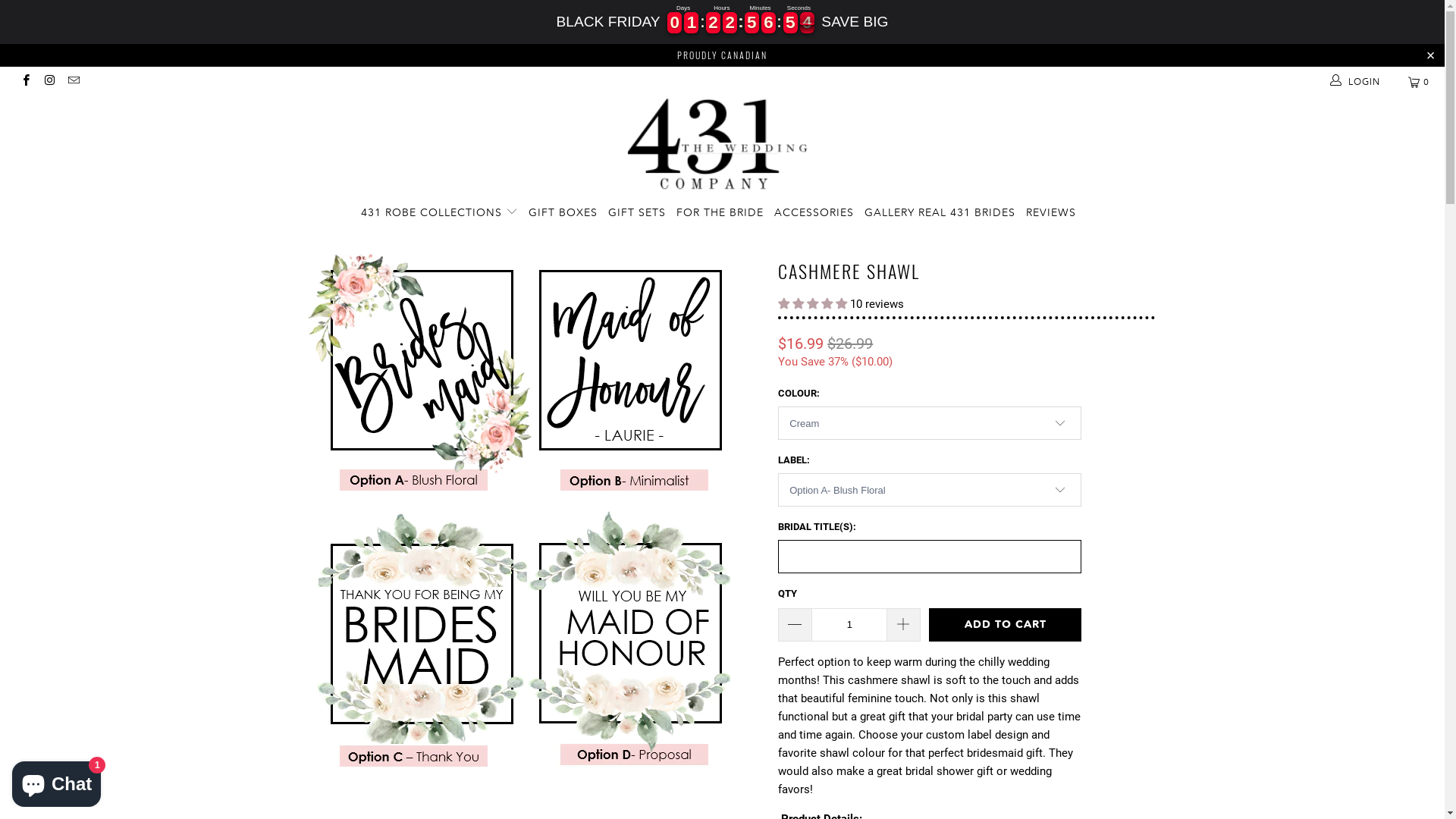 Image resolution: width=1456 pixels, height=819 pixels. What do you see at coordinates (72, 82) in the screenshot?
I see `'Email 431 The Wedding Company'` at bounding box center [72, 82].